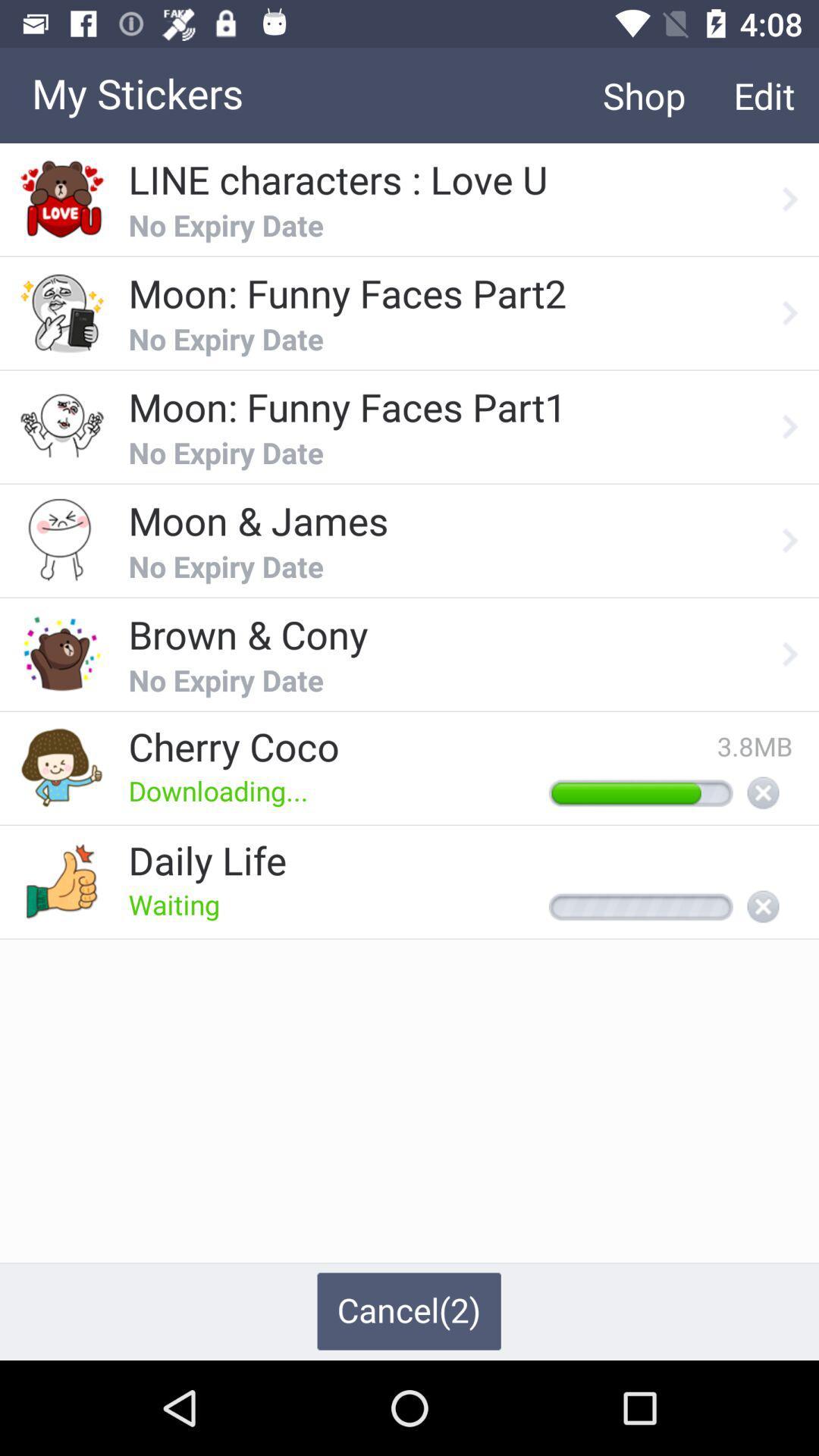  I want to click on cancel download, so click(763, 793).